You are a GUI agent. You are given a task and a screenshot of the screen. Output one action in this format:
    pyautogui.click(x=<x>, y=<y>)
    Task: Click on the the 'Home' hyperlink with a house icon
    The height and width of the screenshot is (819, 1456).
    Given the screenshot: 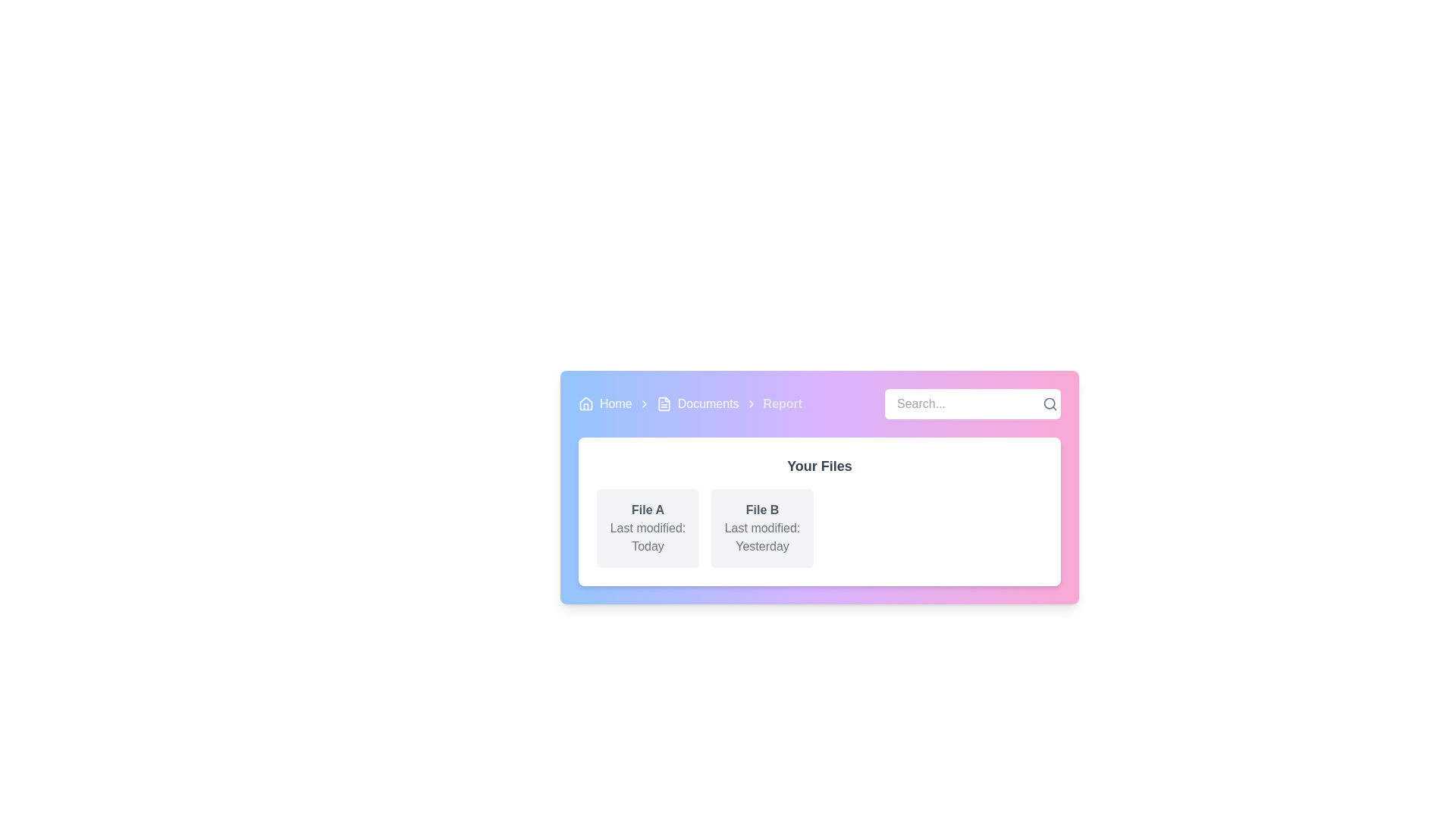 What is the action you would take?
    pyautogui.click(x=604, y=403)
    